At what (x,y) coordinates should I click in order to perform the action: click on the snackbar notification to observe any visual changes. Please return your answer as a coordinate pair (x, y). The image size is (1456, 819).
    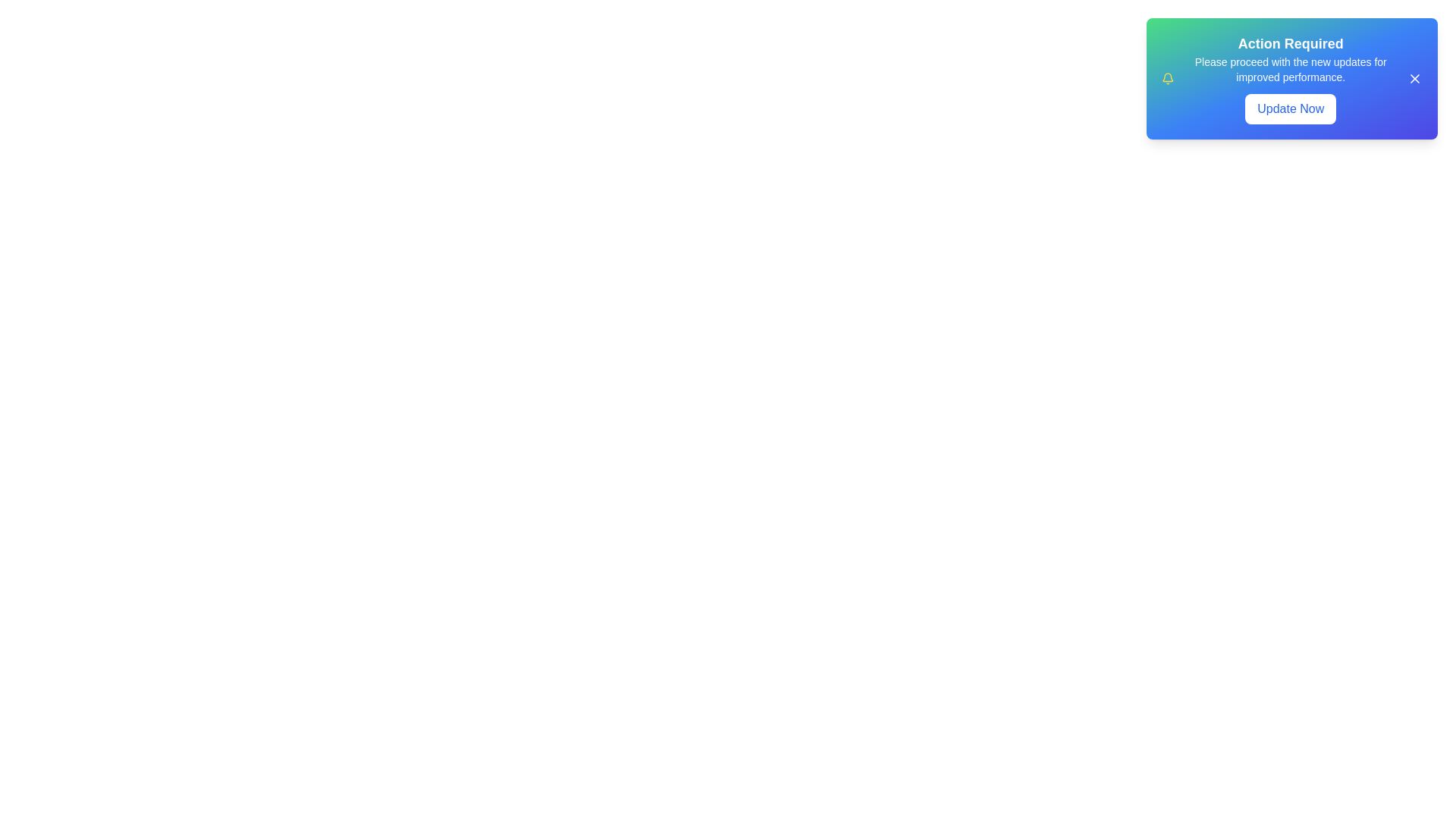
    Looking at the image, I should click on (1291, 79).